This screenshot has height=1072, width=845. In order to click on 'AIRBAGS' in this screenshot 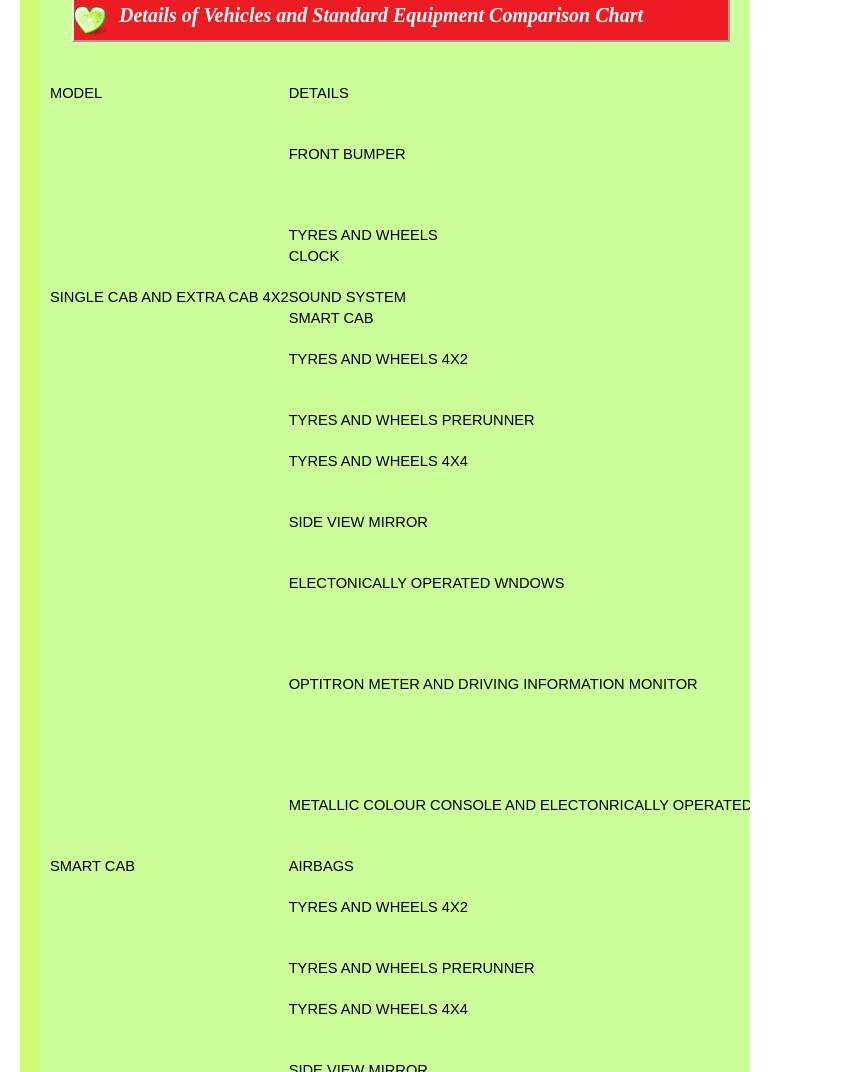, I will do `click(320, 863)`.